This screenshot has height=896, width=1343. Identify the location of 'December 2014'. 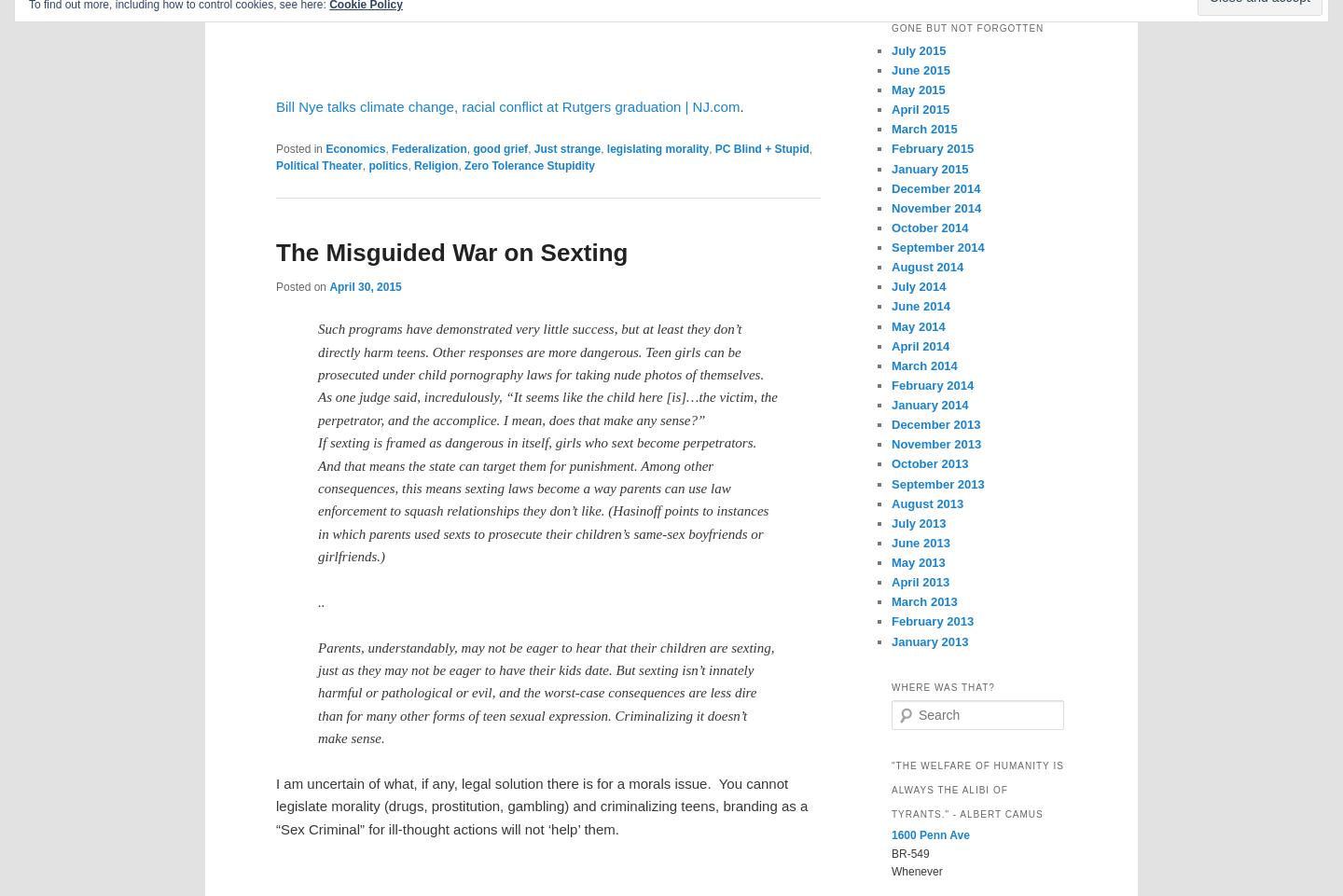
(935, 187).